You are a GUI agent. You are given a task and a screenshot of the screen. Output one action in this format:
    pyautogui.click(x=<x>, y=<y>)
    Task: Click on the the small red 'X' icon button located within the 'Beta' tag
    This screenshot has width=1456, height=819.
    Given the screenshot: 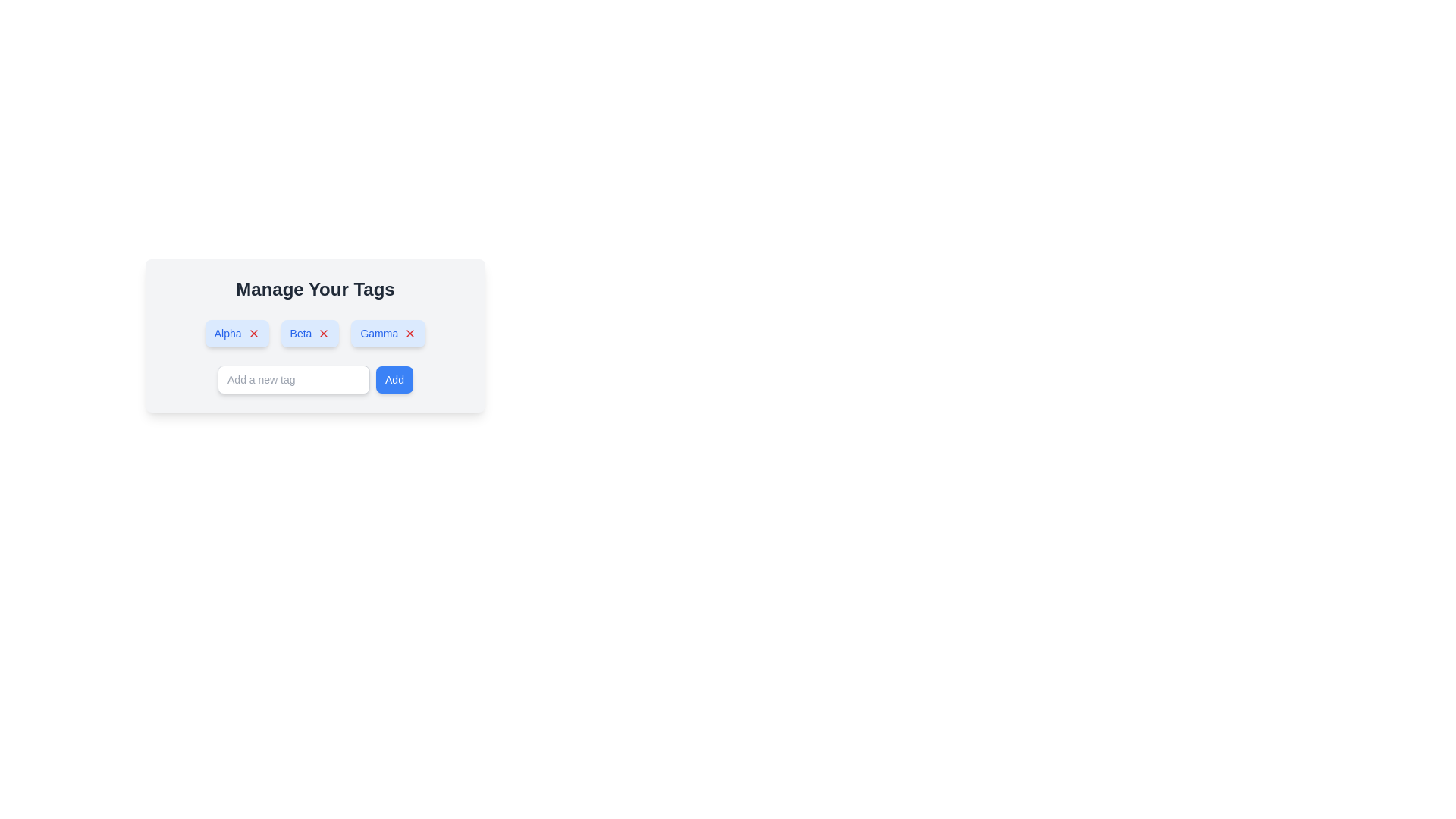 What is the action you would take?
    pyautogui.click(x=323, y=332)
    